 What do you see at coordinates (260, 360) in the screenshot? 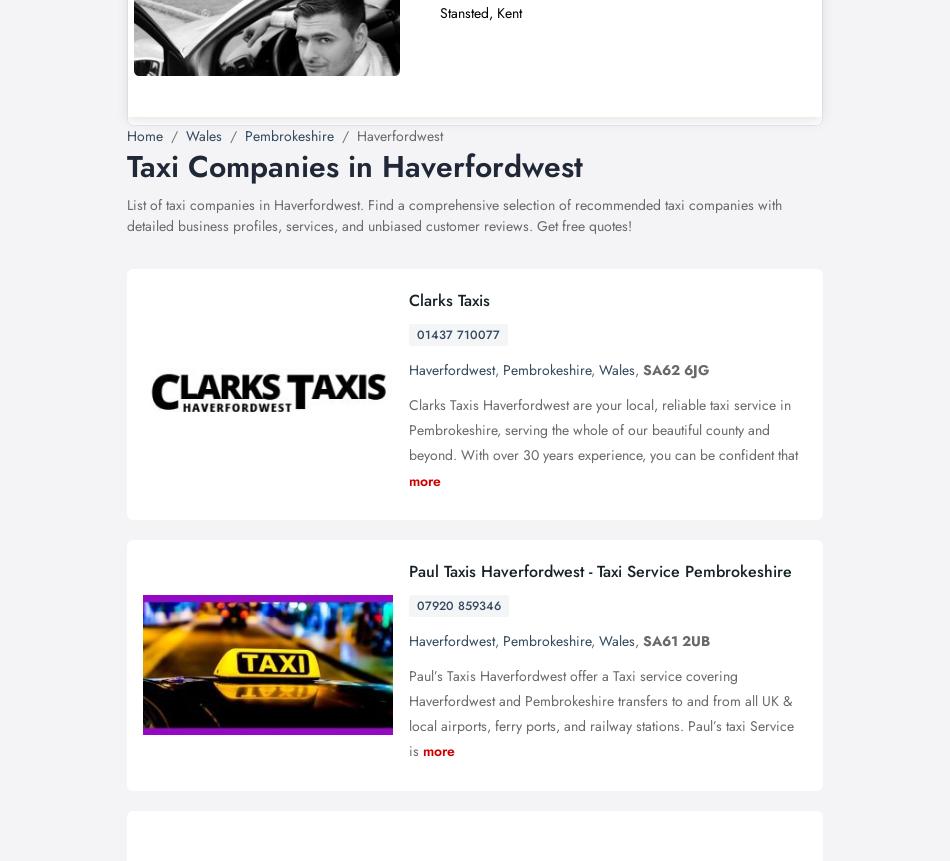
I see `'Click on the "Create" button.'` at bounding box center [260, 360].